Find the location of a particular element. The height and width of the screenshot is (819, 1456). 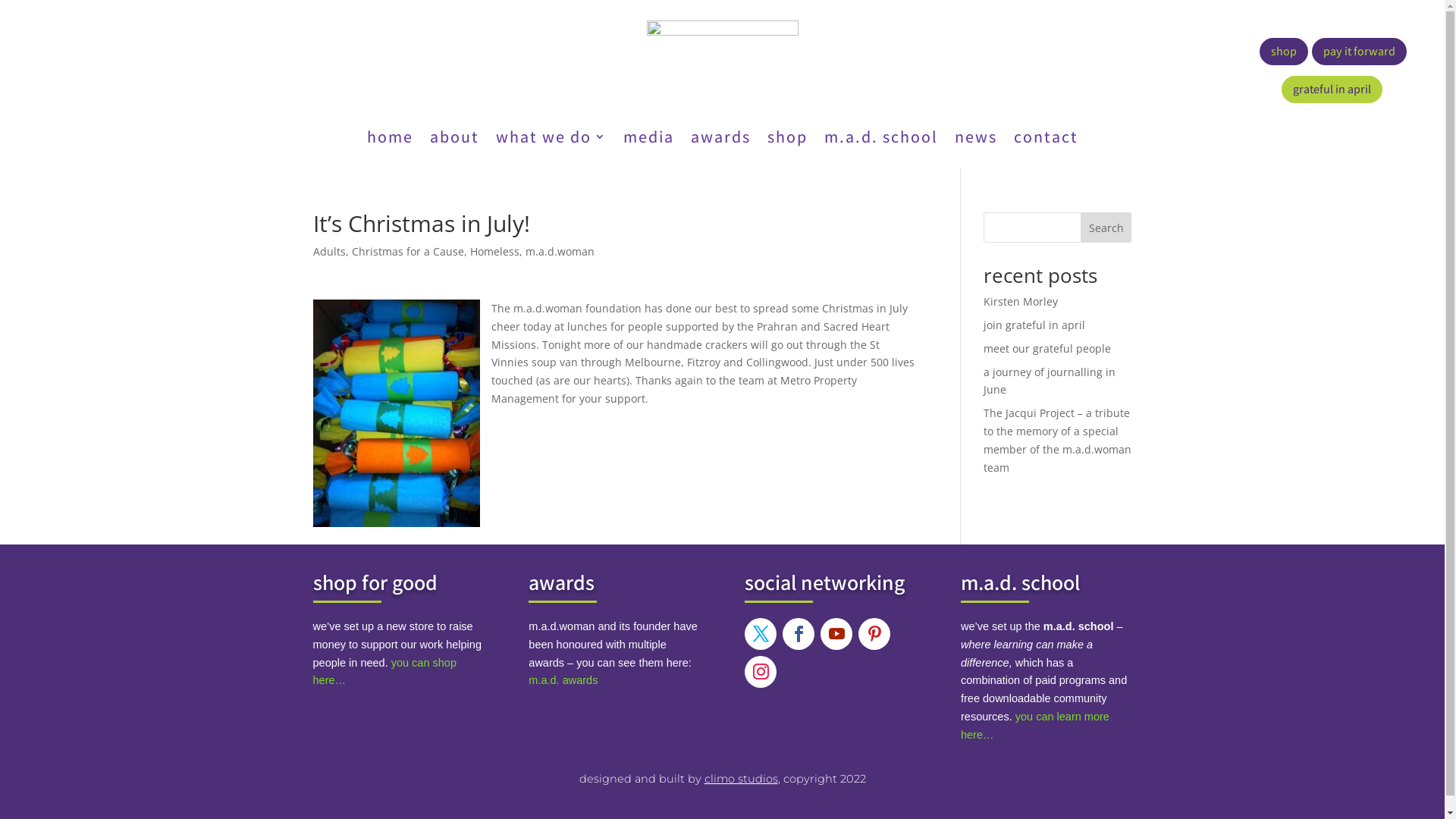

'xmas jul 2014' is located at coordinates (312, 413).